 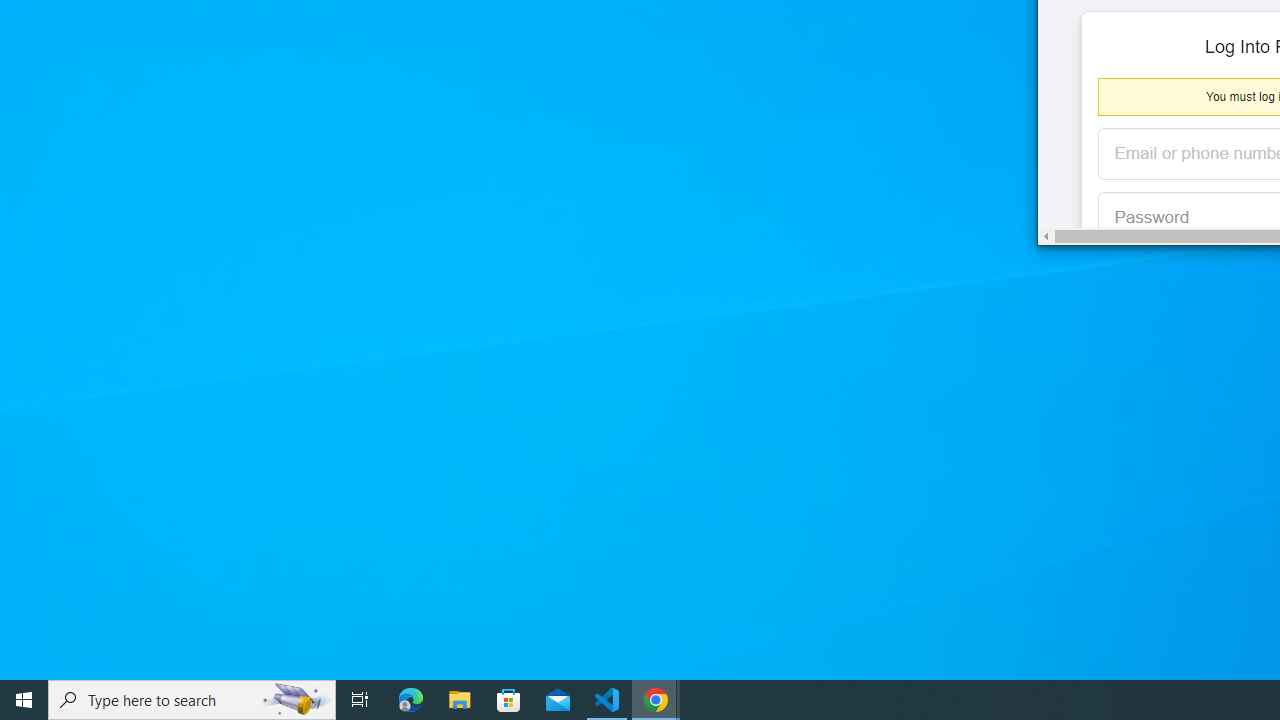 What do you see at coordinates (294, 698) in the screenshot?
I see `'Search highlights icon opens search home window'` at bounding box center [294, 698].